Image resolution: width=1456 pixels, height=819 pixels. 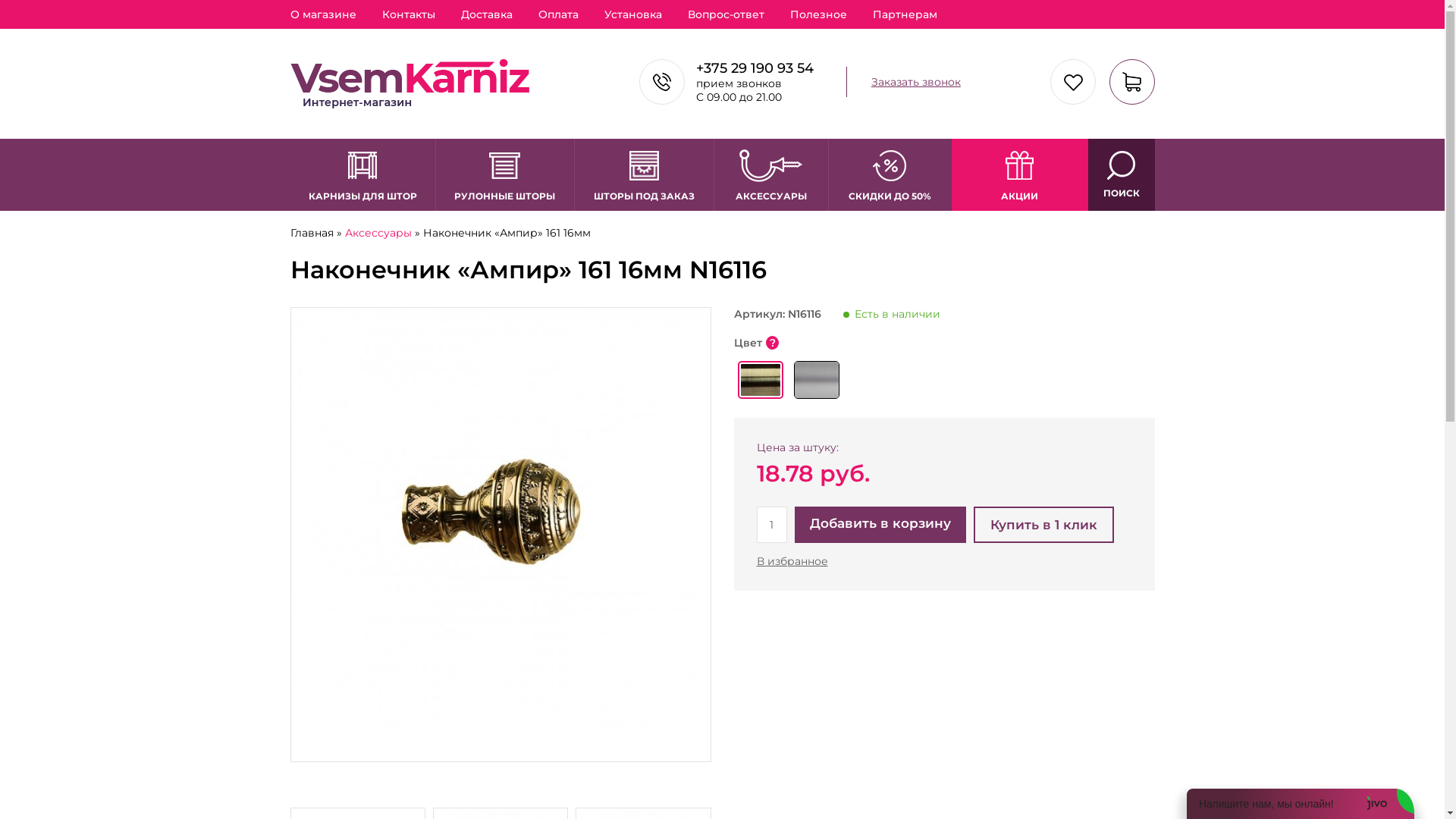 What do you see at coordinates (772, 342) in the screenshot?
I see `'?'` at bounding box center [772, 342].